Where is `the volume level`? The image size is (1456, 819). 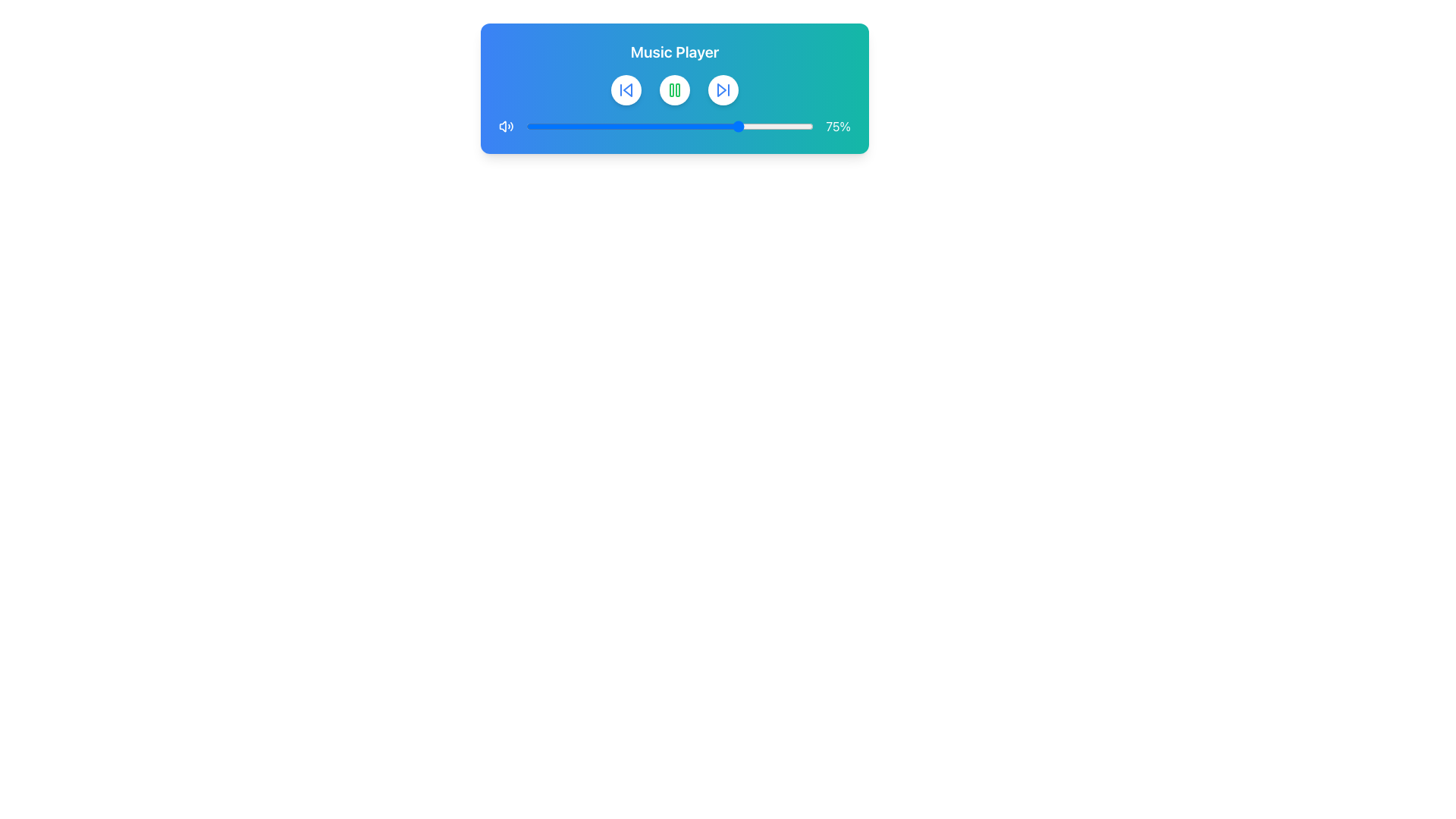 the volume level is located at coordinates (709, 125).